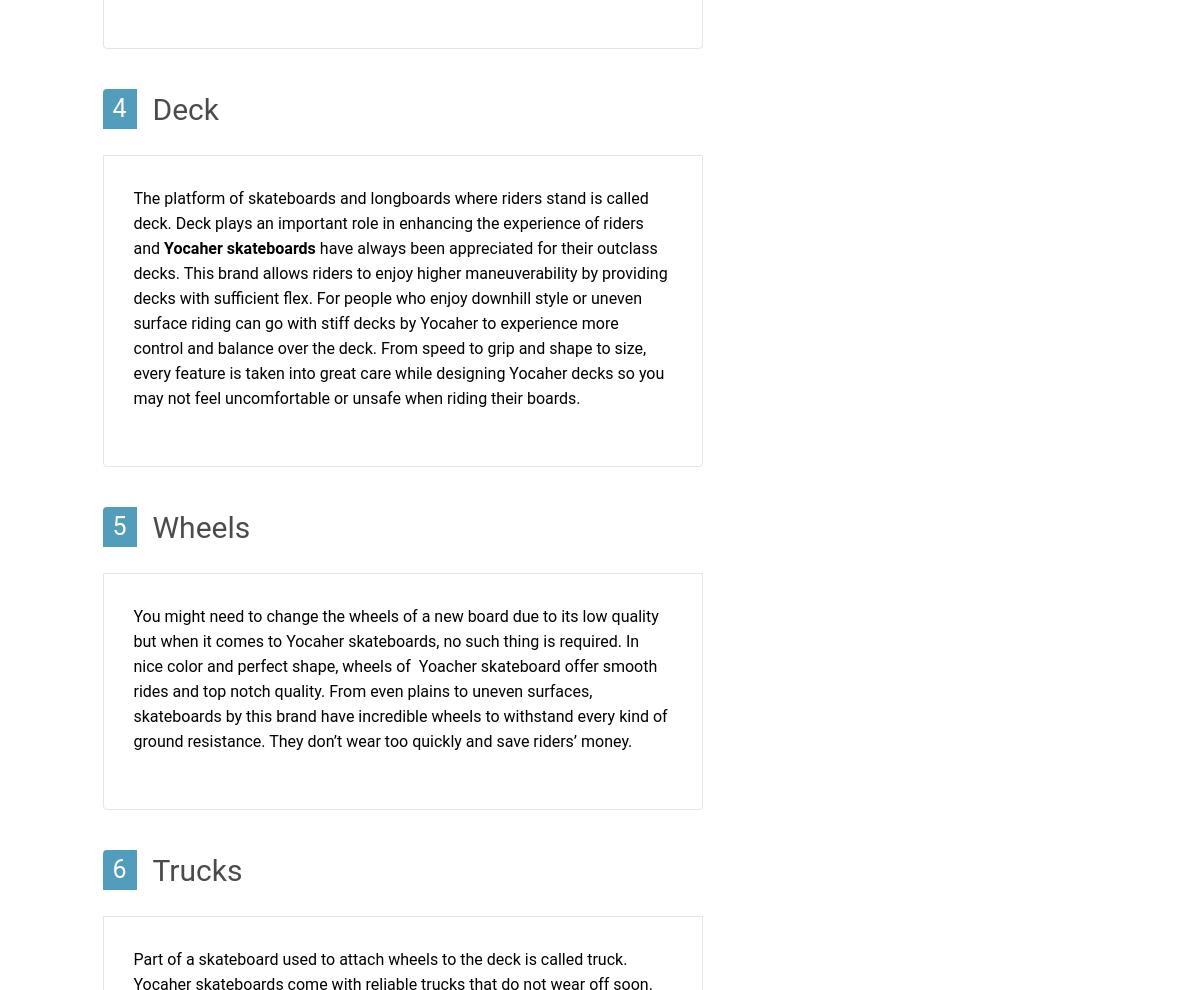  What do you see at coordinates (184, 108) in the screenshot?
I see `'Deck'` at bounding box center [184, 108].